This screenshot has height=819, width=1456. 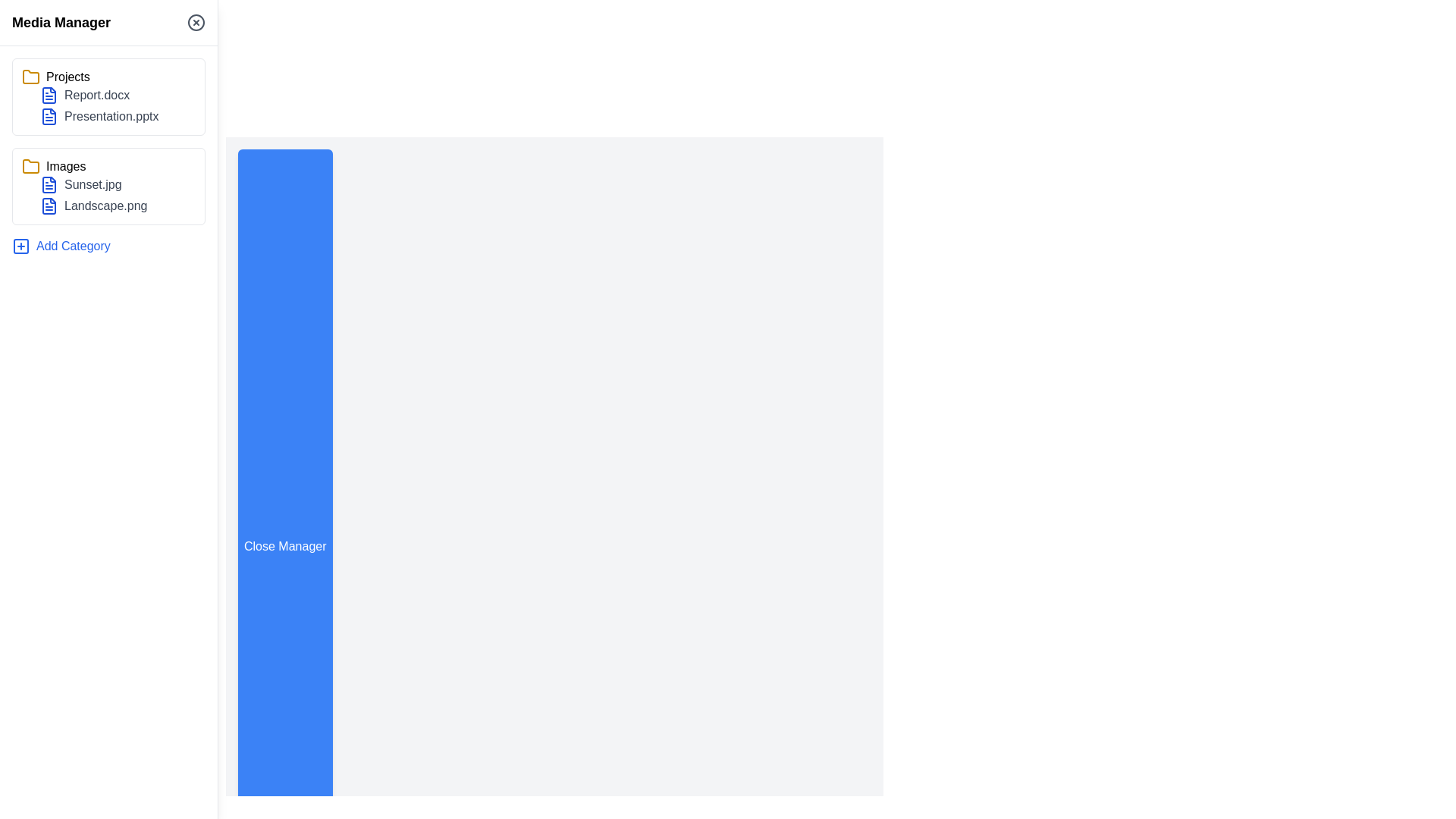 I want to click on the SVG Circle graphic that serves as part of the interactive close button located in the top-left corner of the interface, adjacent to the title 'Media Manager', so click(x=196, y=23).